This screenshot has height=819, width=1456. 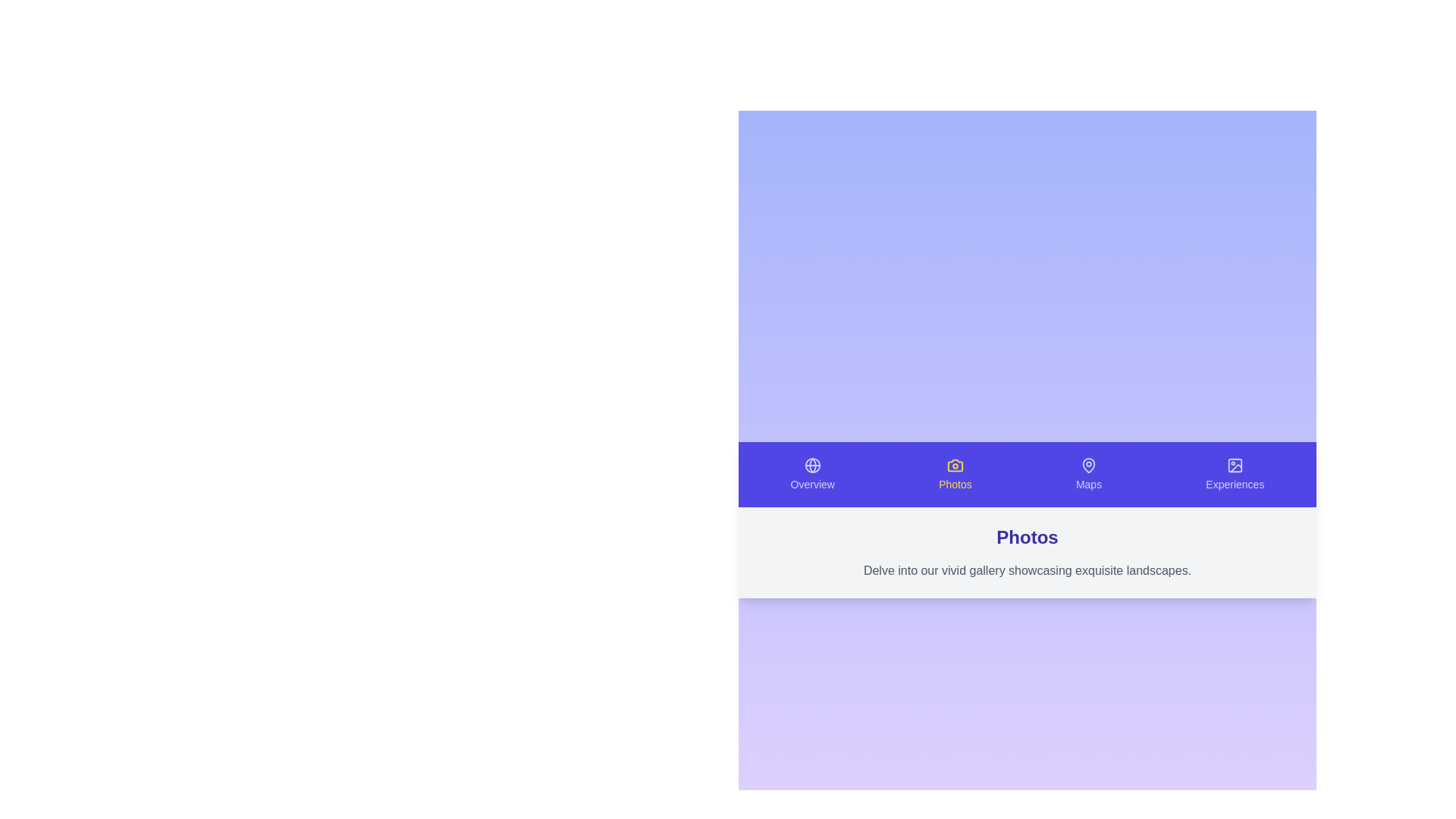 What do you see at coordinates (954, 473) in the screenshot?
I see `the tab labeled Photos` at bounding box center [954, 473].